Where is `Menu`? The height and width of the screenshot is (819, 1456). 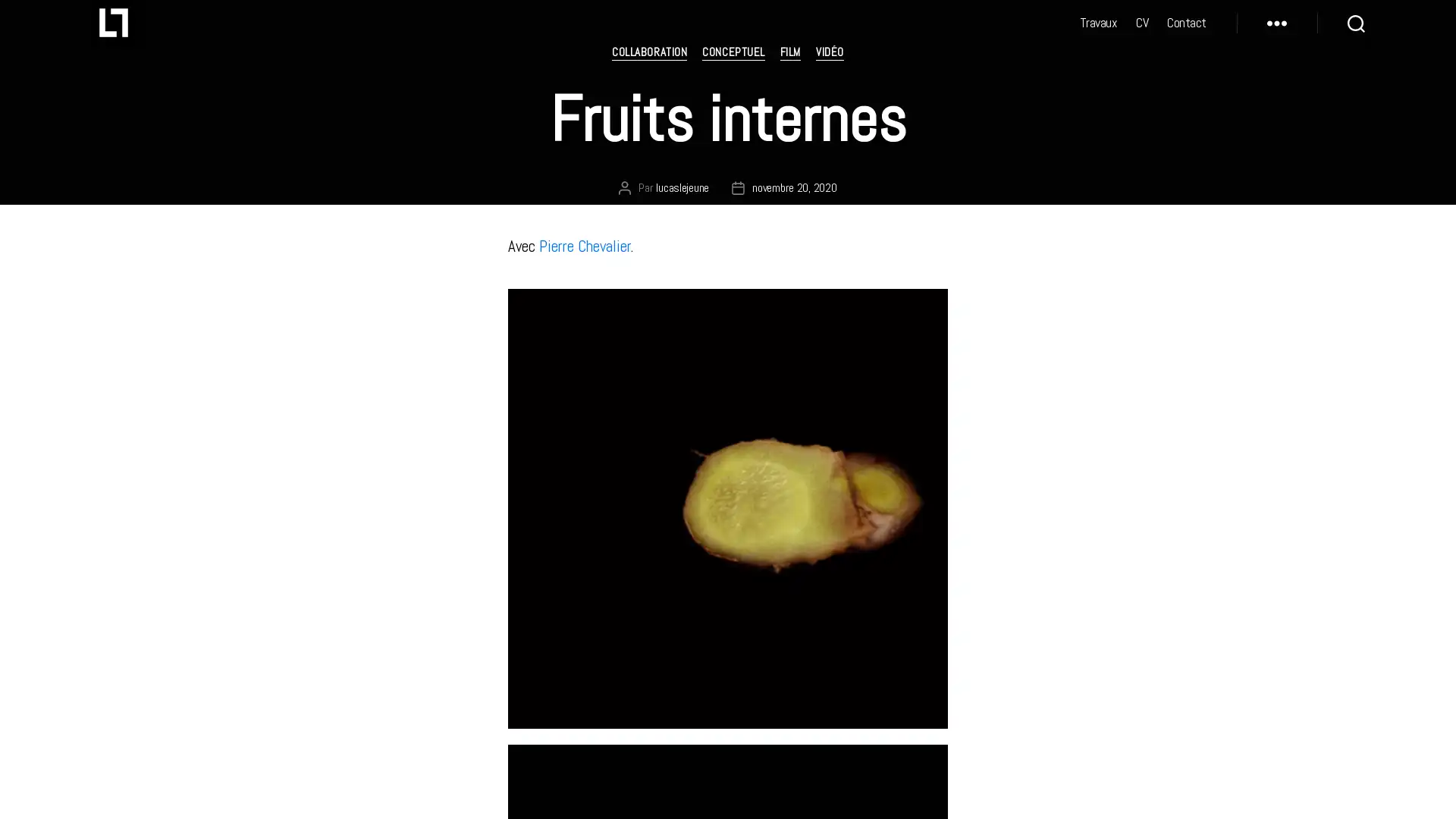 Menu is located at coordinates (1276, 34).